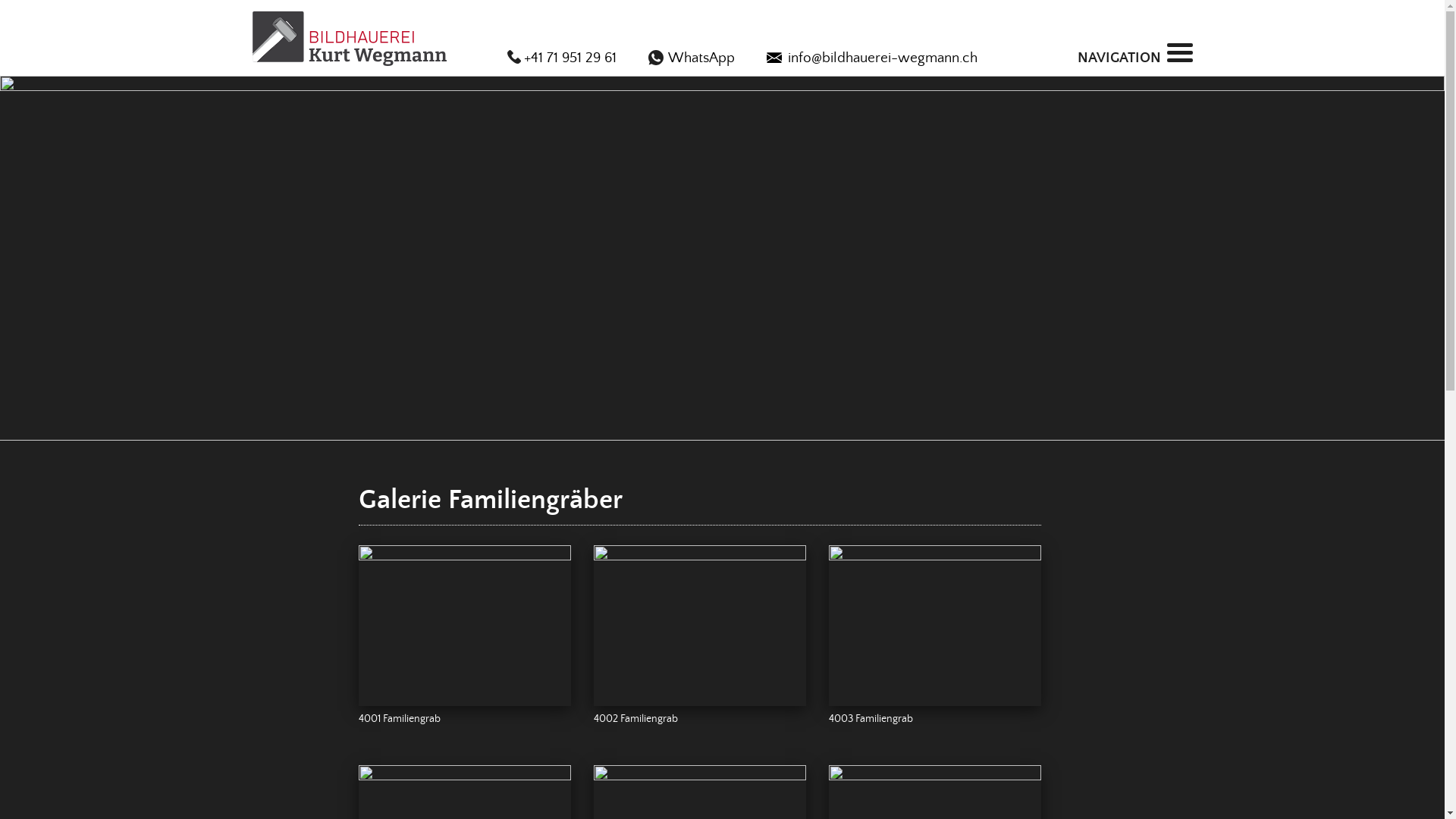 The height and width of the screenshot is (819, 1456). What do you see at coordinates (506, 58) in the screenshot?
I see `'+41 71 951 29 61'` at bounding box center [506, 58].